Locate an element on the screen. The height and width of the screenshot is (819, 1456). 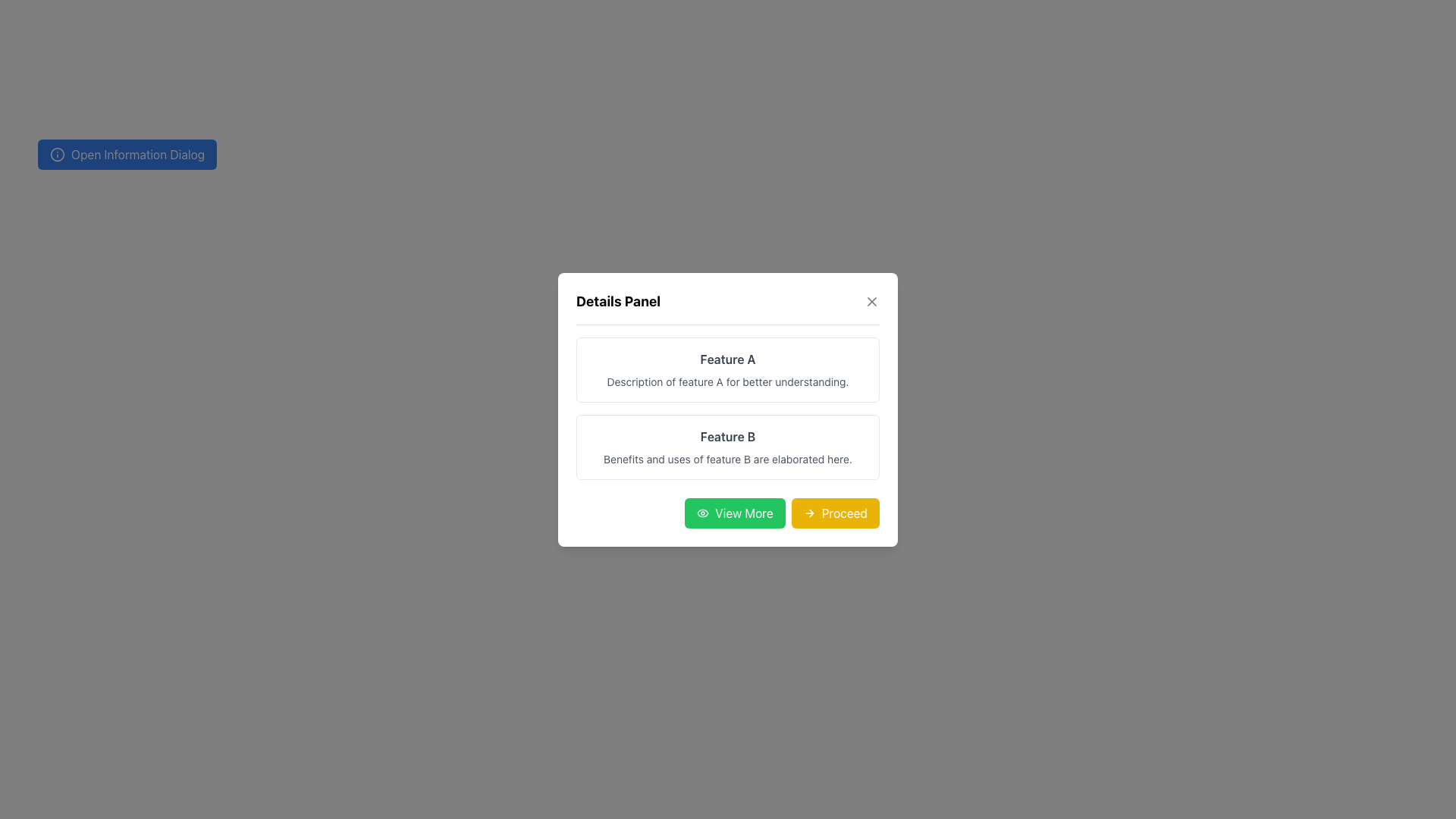
the Information panel for 'Feature B', which is the second panel in a vertically stacked group located in the center of the modal window is located at coordinates (728, 446).